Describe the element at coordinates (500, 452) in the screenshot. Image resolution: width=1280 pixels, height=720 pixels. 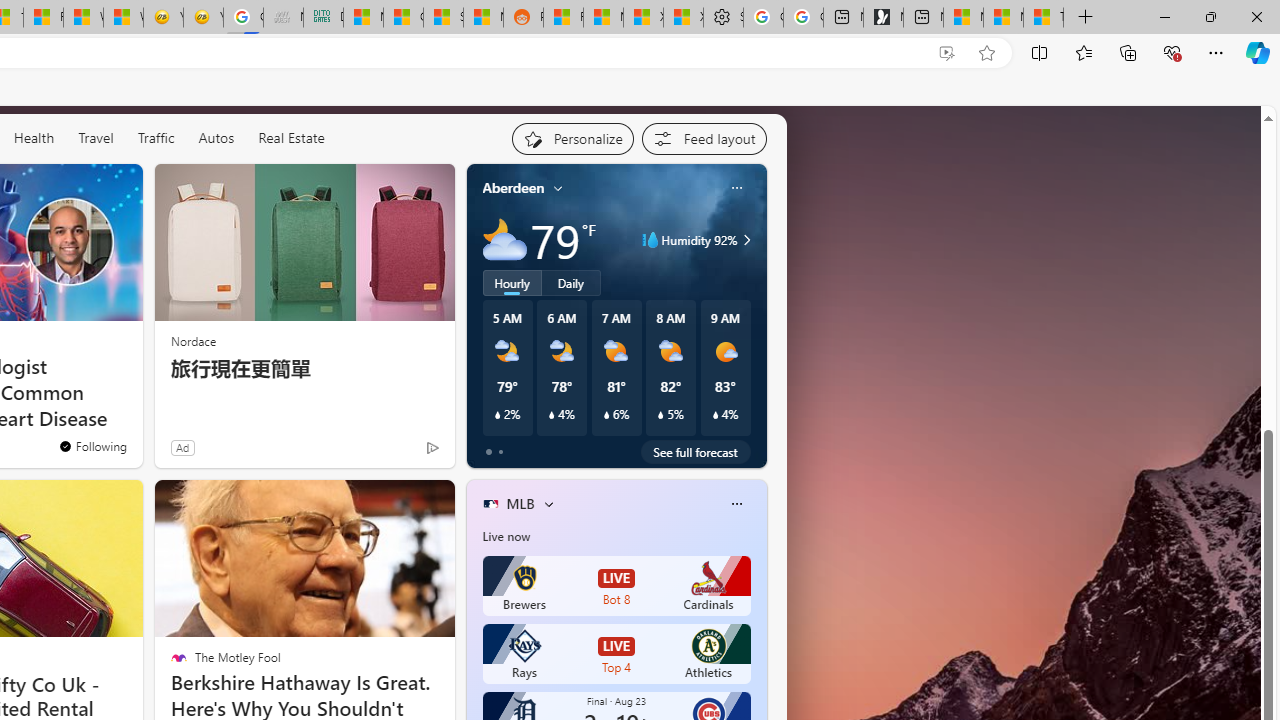
I see `'tab-1'` at that location.